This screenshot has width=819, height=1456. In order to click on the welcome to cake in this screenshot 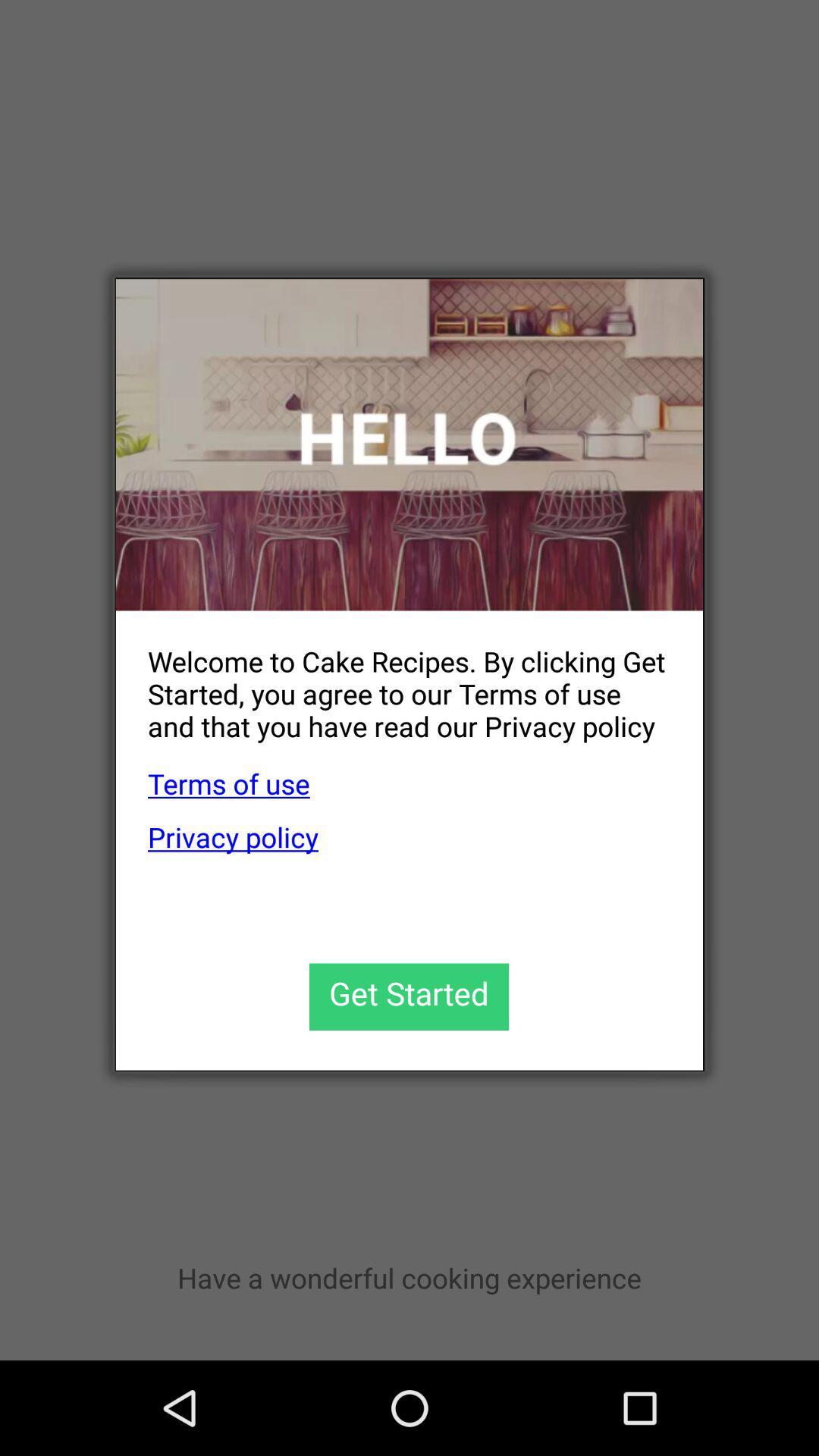, I will do `click(393, 681)`.